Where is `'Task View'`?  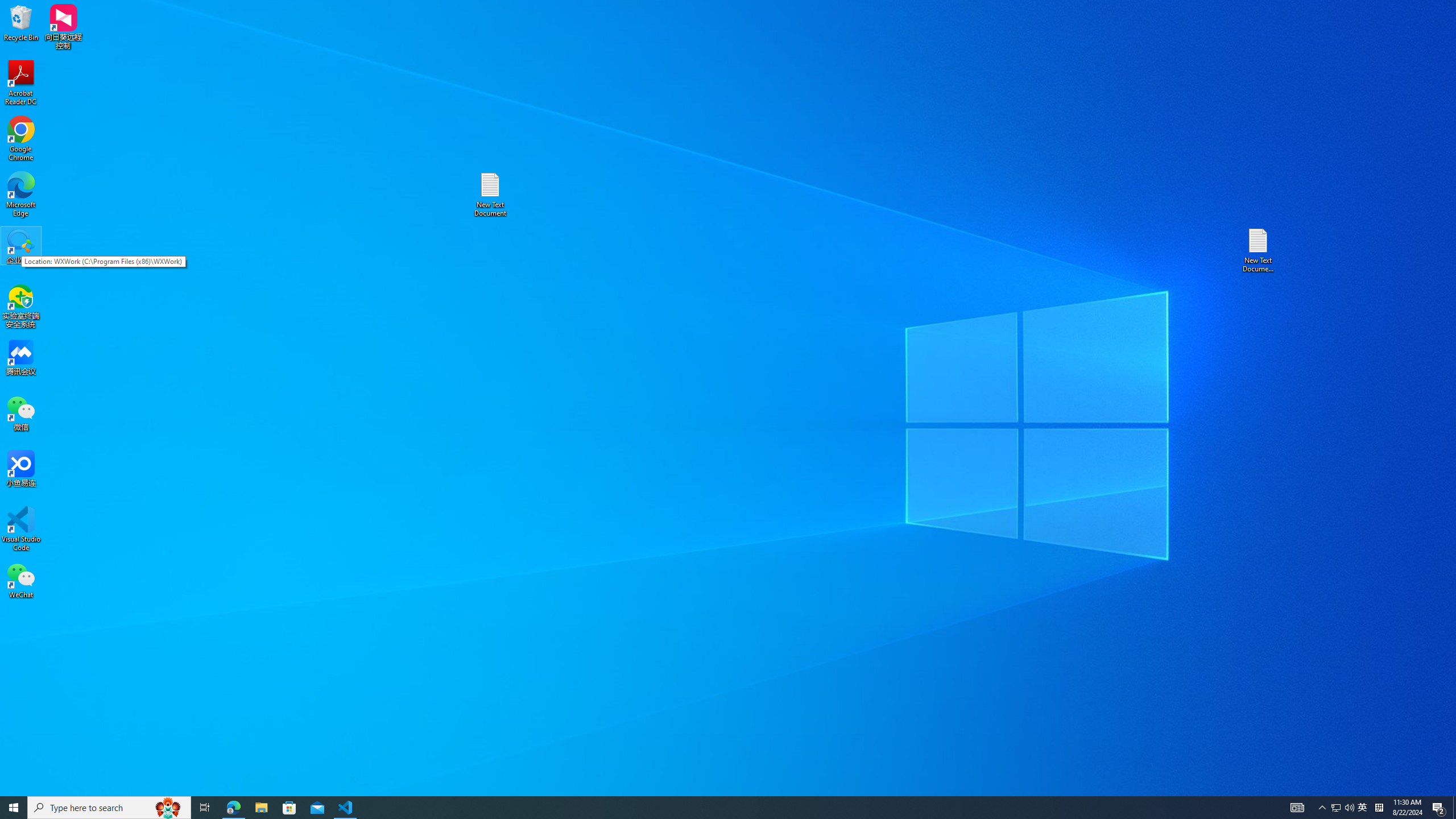
'Task View' is located at coordinates (204, 806).